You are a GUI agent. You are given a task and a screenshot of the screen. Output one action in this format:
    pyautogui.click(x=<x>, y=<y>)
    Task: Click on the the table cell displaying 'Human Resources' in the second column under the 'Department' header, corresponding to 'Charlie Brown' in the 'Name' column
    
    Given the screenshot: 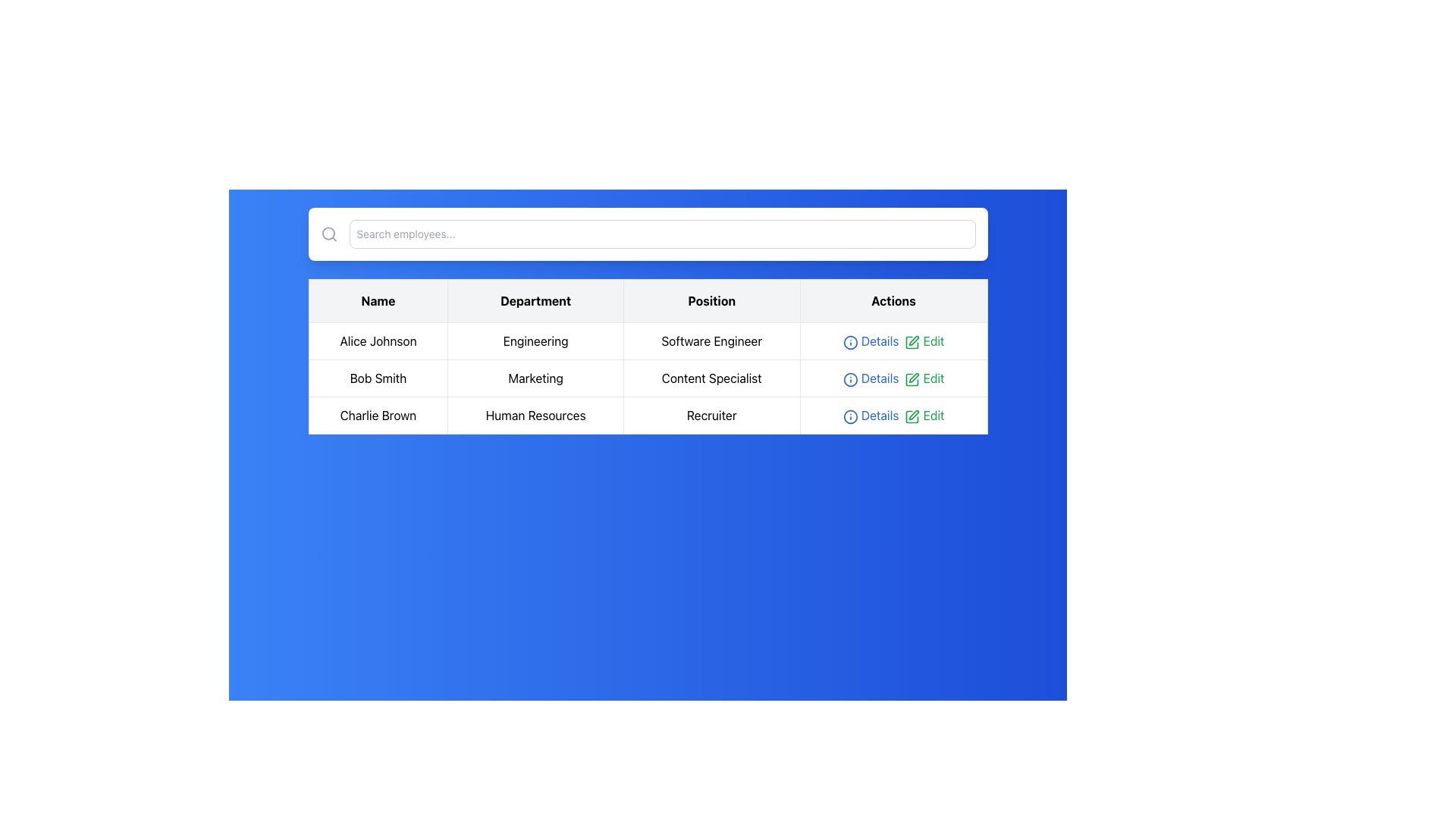 What is the action you would take?
    pyautogui.click(x=535, y=415)
    